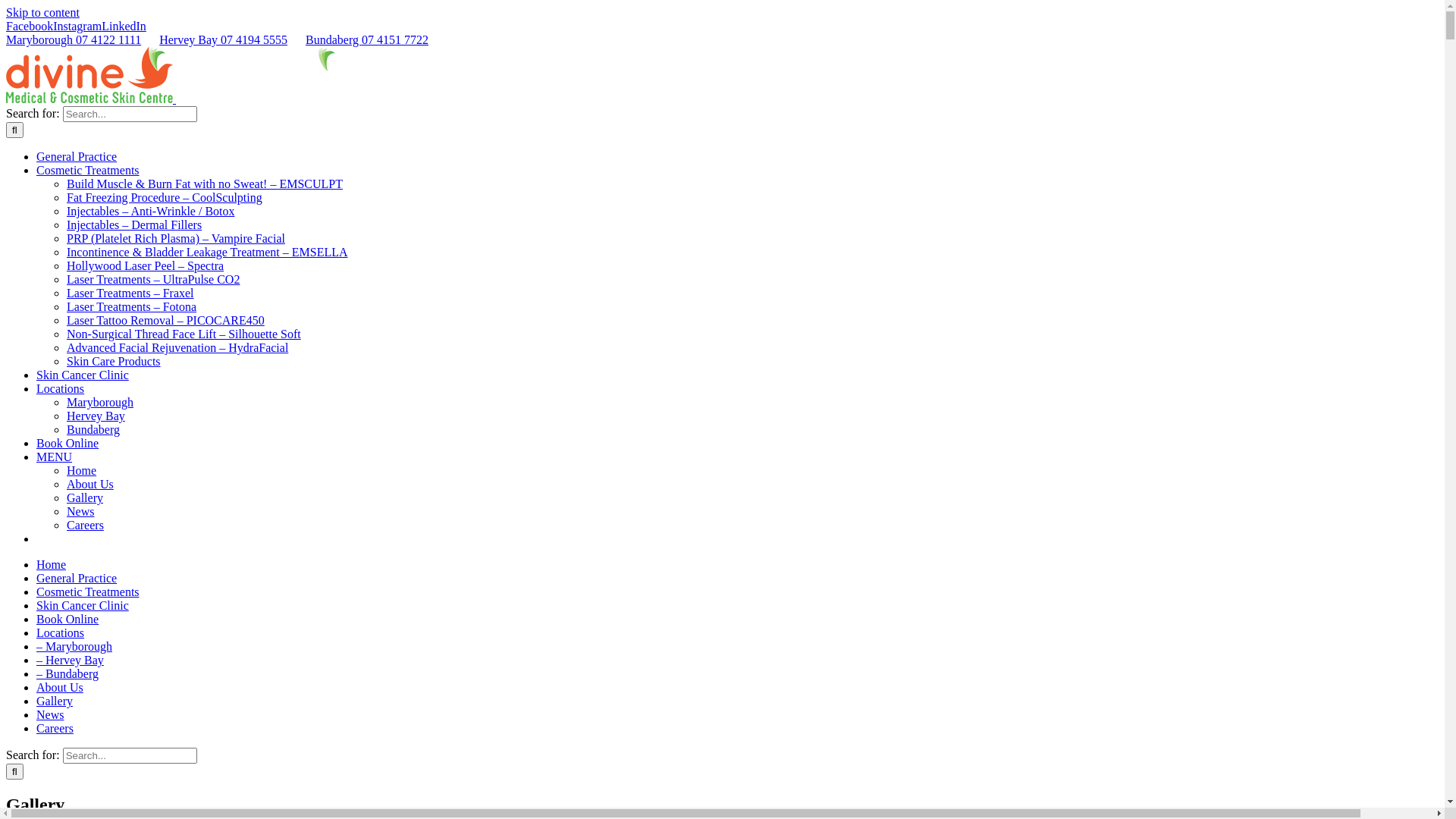 This screenshot has height=819, width=1456. What do you see at coordinates (367, 39) in the screenshot?
I see `'Bundaberg 07 4151 7722'` at bounding box center [367, 39].